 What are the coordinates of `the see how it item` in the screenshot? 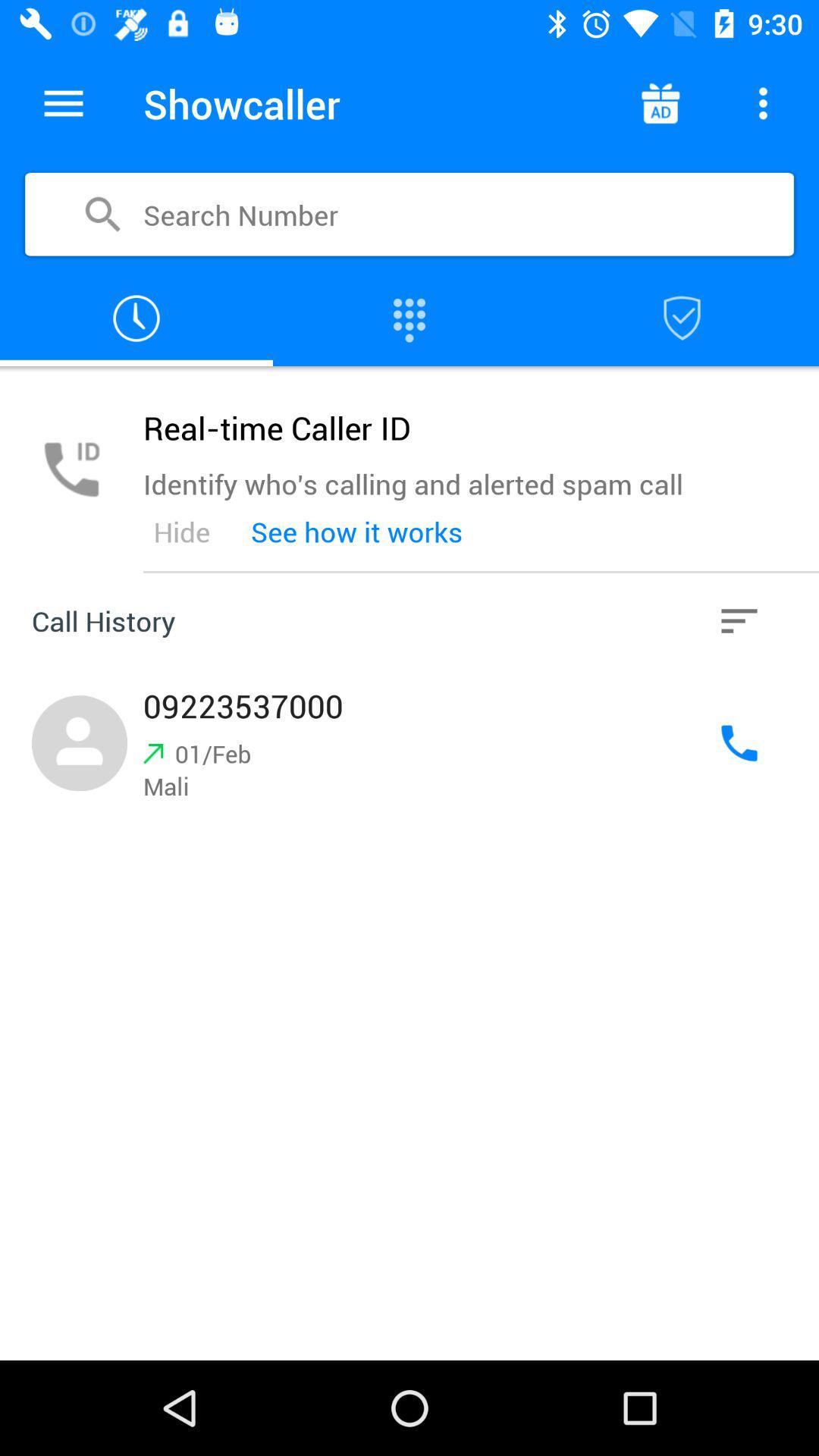 It's located at (356, 532).